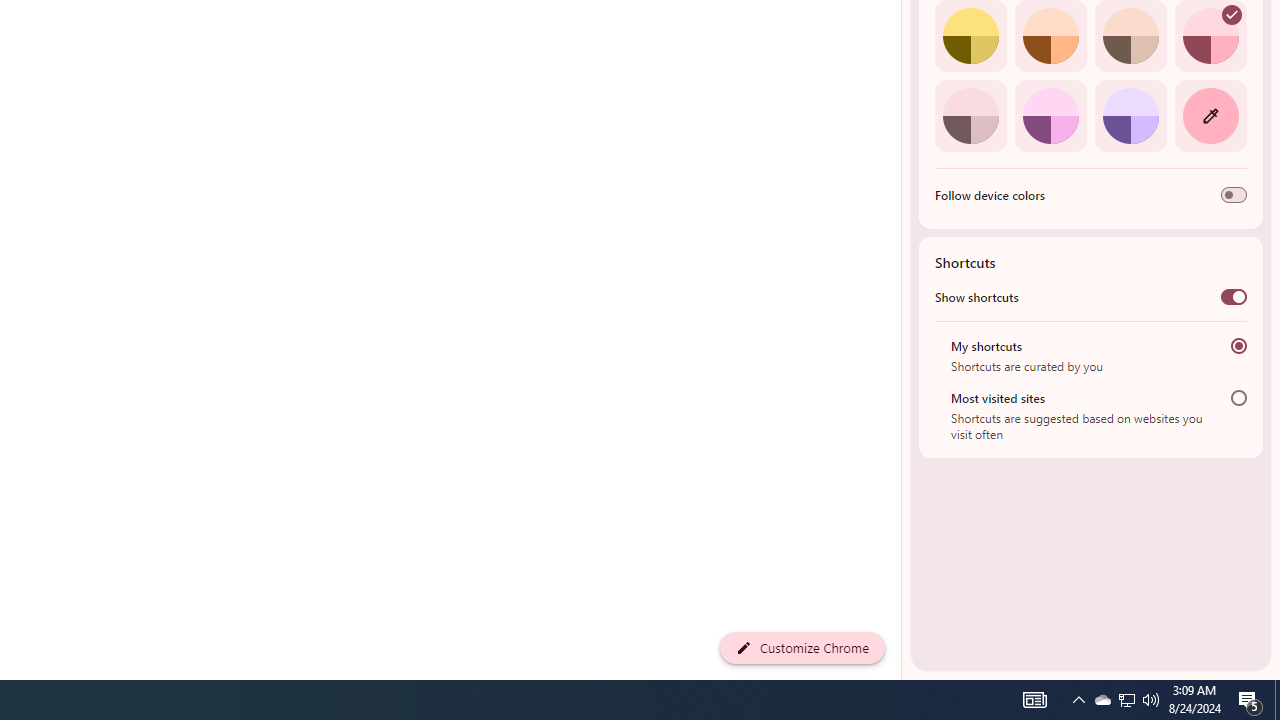 The height and width of the screenshot is (720, 1280). I want to click on 'Customize Chrome', so click(801, 648).